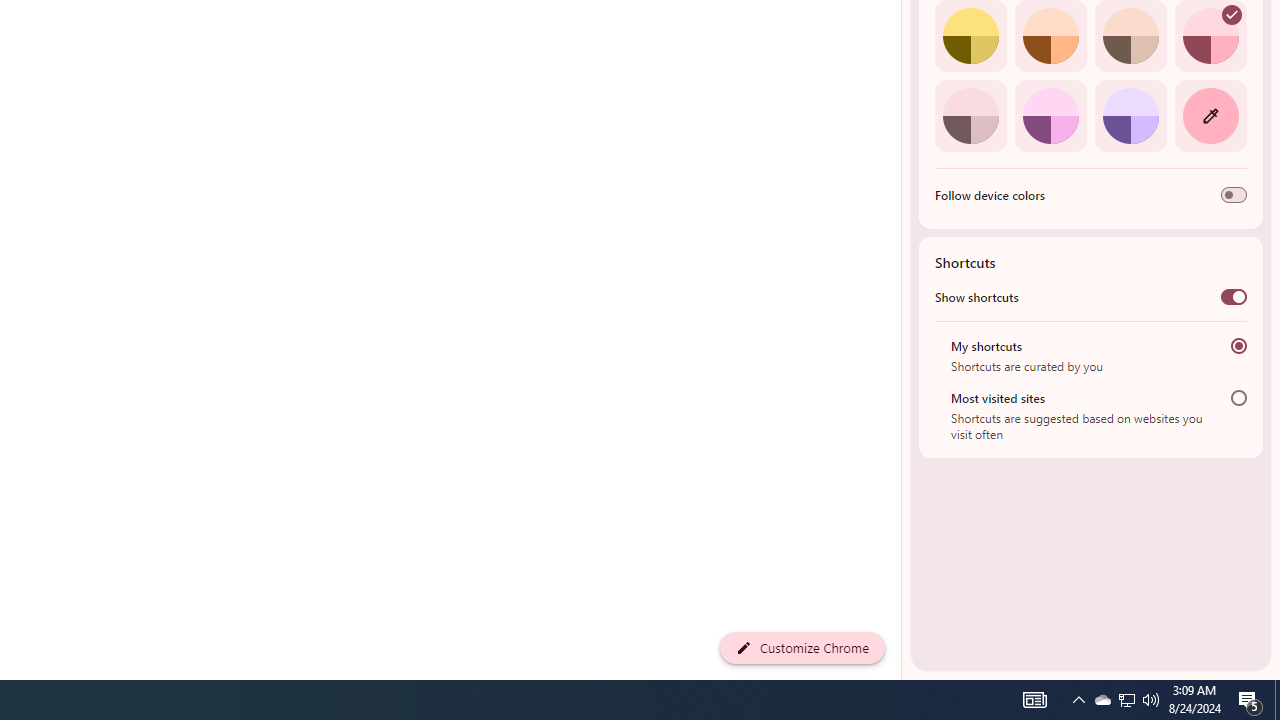 The height and width of the screenshot is (720, 1280). I want to click on 'Customize Chrome', so click(801, 648).